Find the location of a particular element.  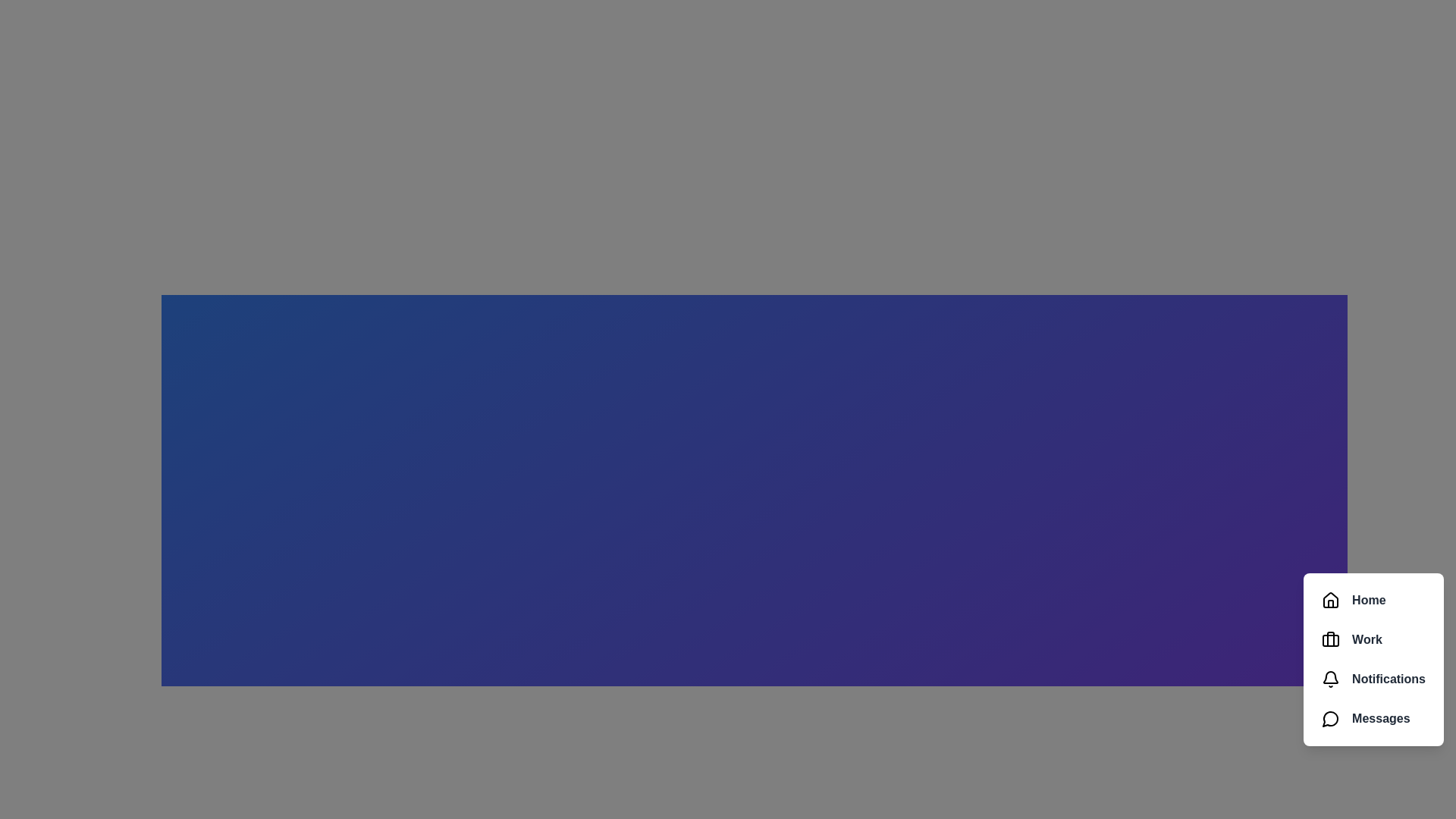

the Home in the speed dial menu is located at coordinates (1373, 599).